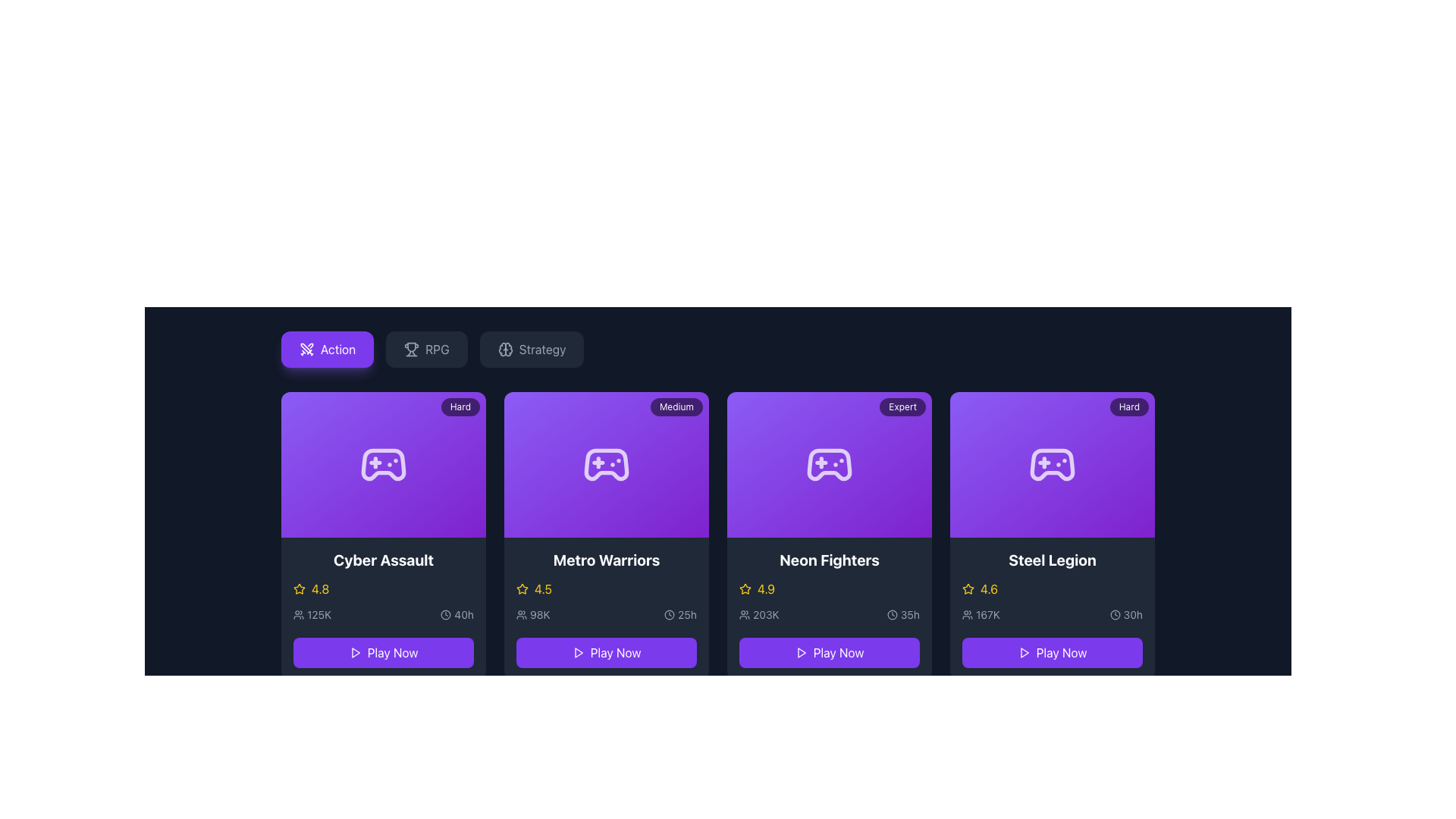 This screenshot has width=1456, height=819. I want to click on the triangular play icon that is centered within the purple 'Play Now' button for 'Metro Warriors', so click(577, 651).